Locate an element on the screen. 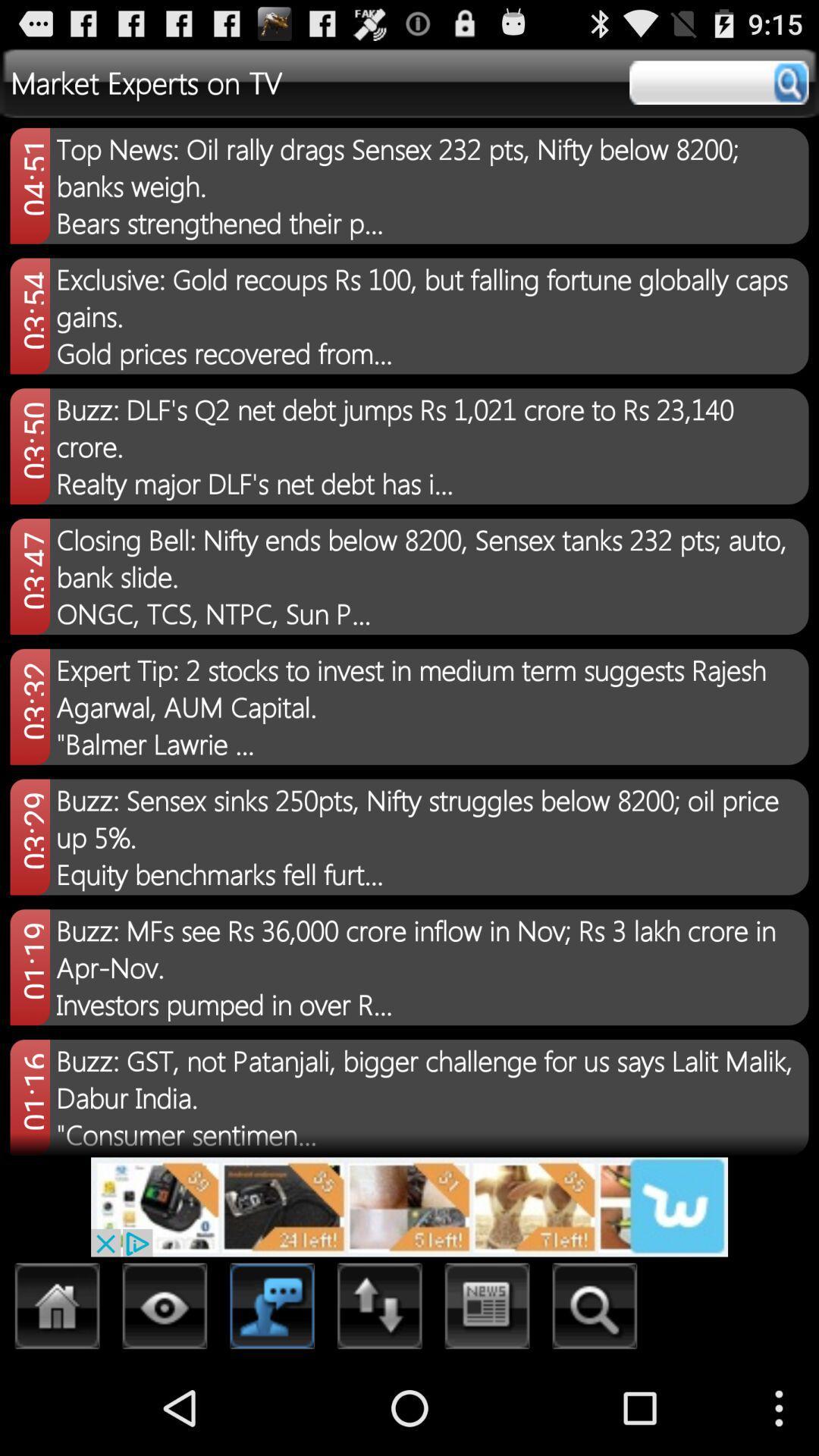  the search icon is located at coordinates (594, 1401).